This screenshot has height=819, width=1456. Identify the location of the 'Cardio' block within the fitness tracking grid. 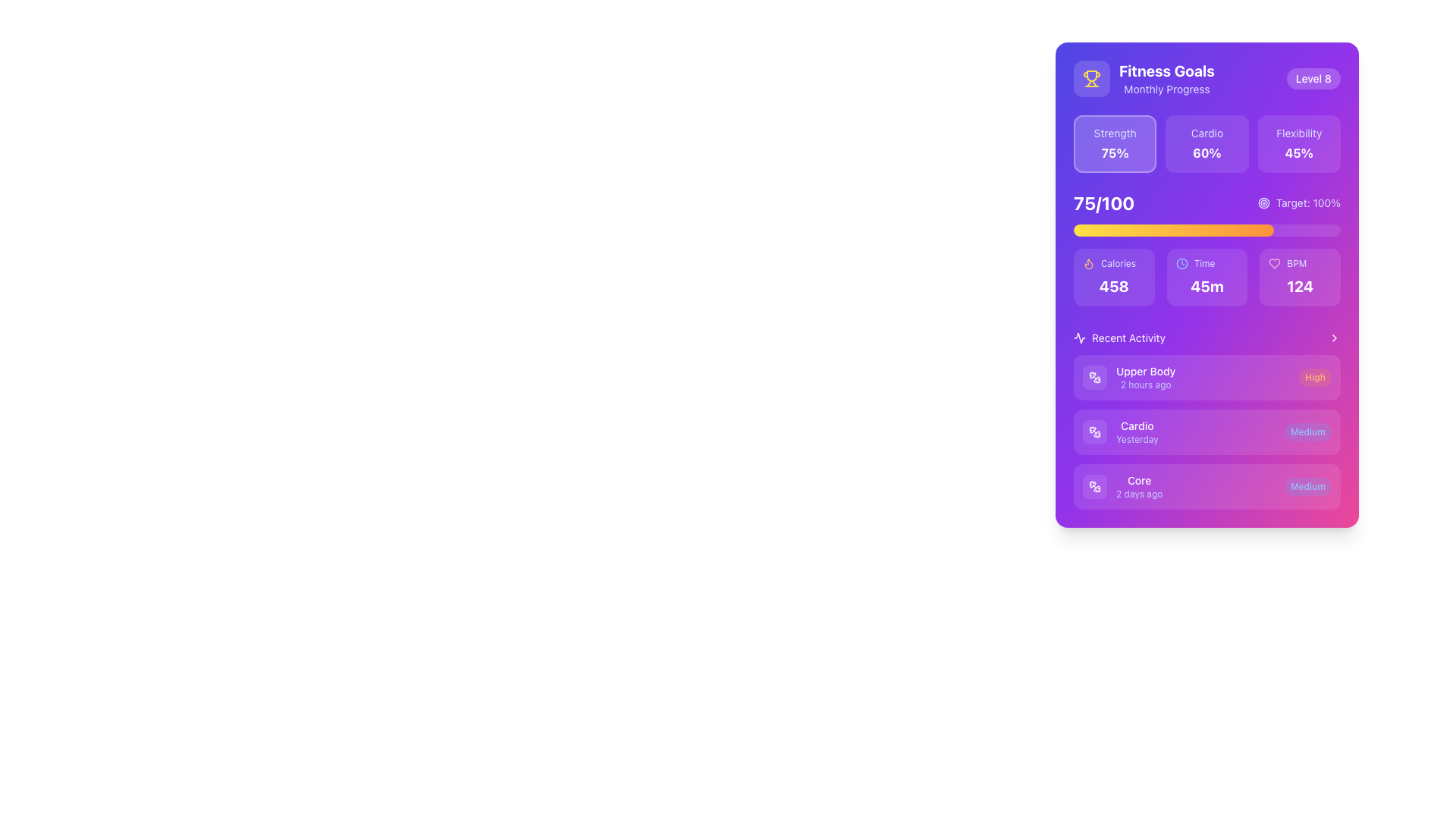
(1207, 143).